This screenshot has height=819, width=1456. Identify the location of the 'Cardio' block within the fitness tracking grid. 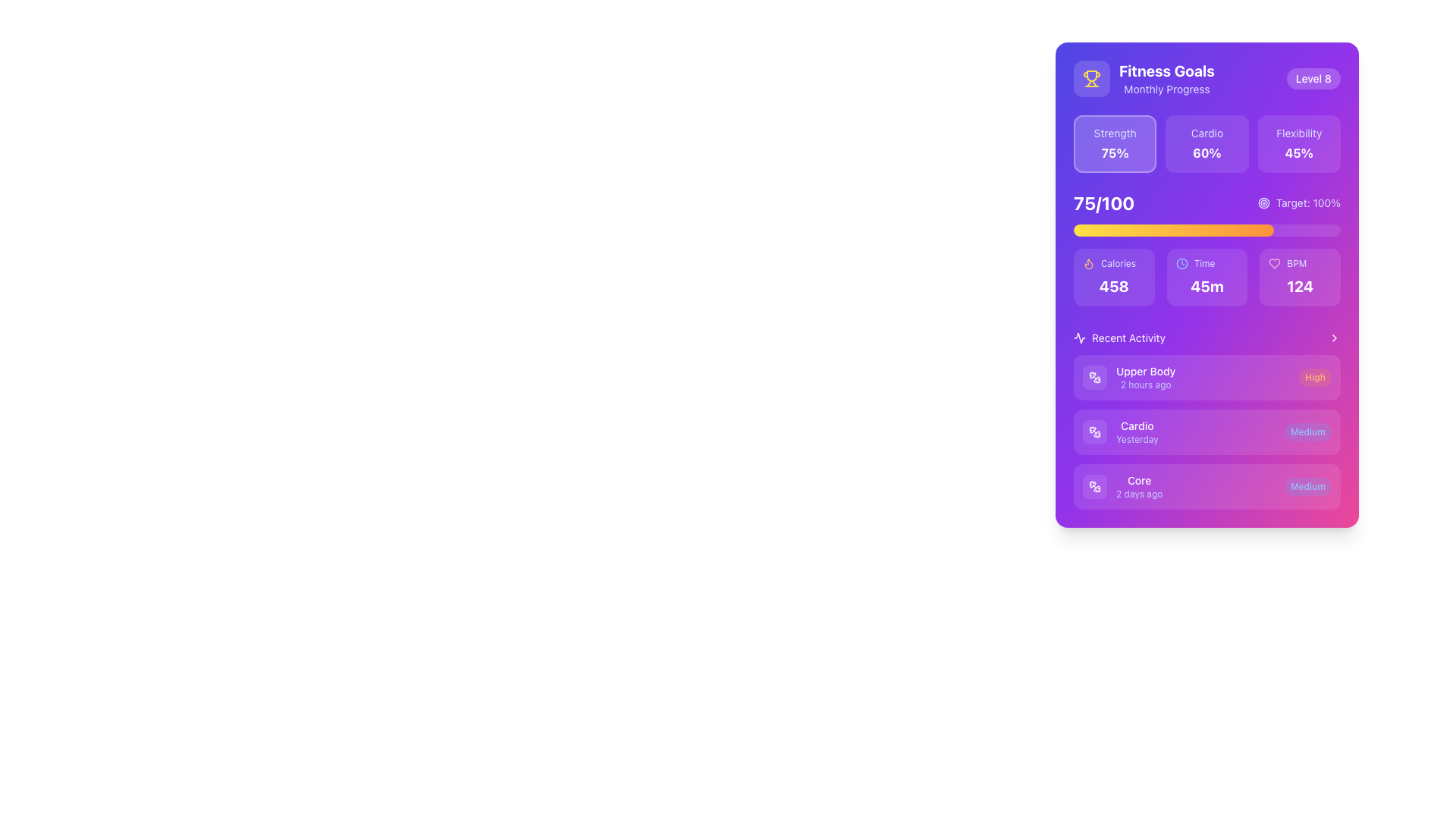
(1207, 143).